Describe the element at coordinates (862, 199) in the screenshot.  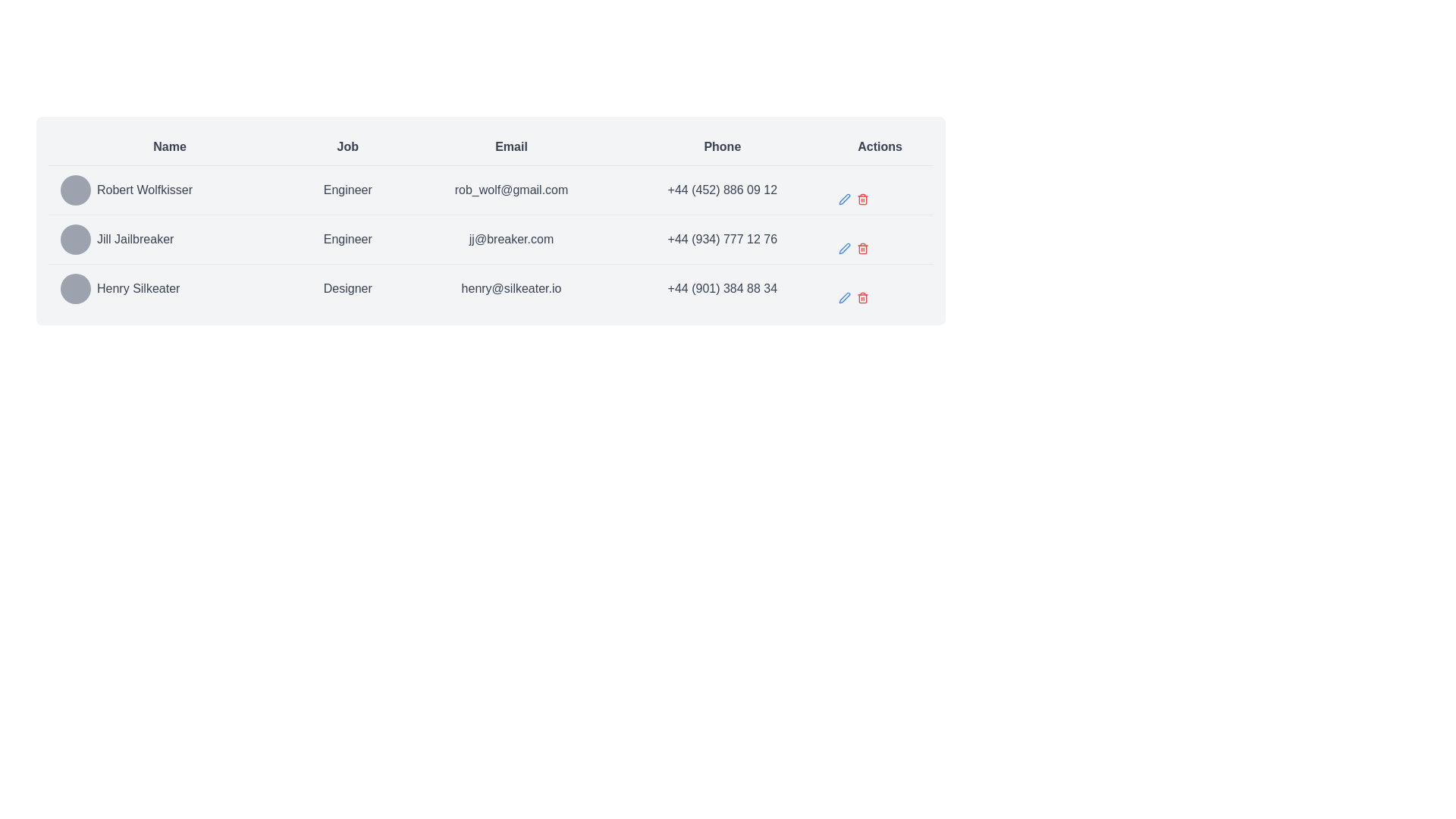
I see `the trash can icon representing the delete action within the Actions column of a data table row` at that location.